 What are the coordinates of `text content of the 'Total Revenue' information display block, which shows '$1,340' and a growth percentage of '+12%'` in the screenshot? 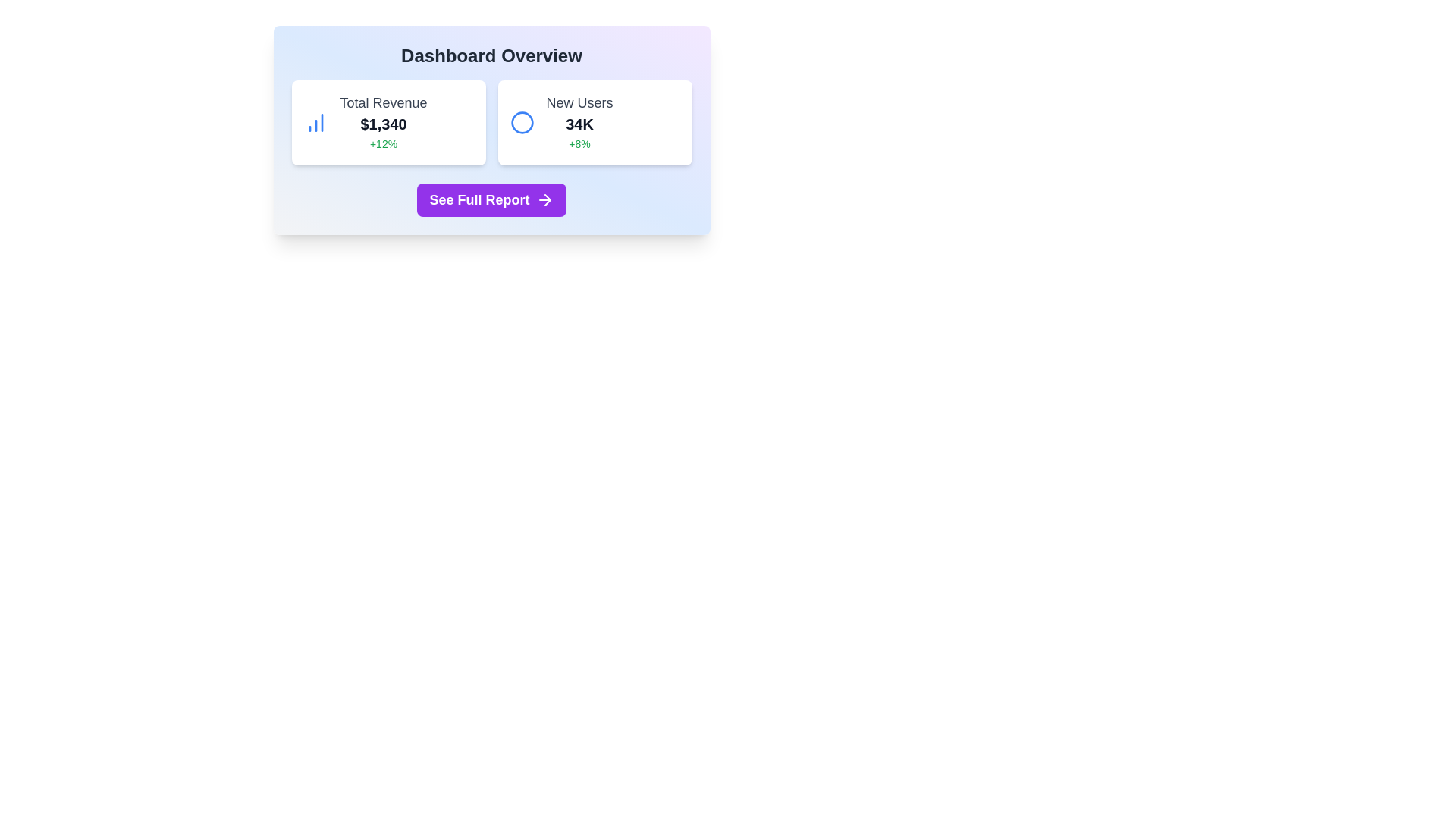 It's located at (384, 122).